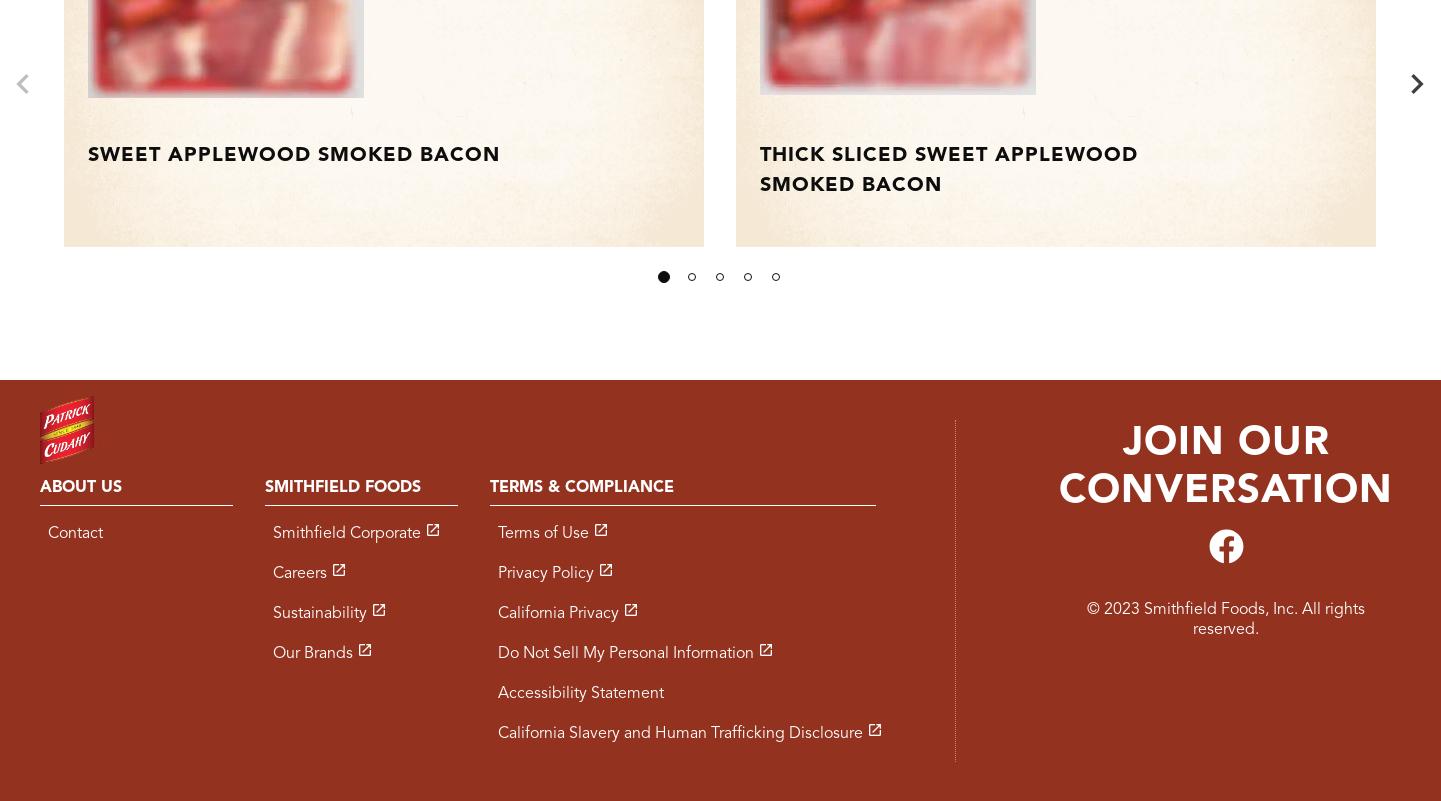 The image size is (1441, 801). I want to click on 'About Us', so click(80, 486).